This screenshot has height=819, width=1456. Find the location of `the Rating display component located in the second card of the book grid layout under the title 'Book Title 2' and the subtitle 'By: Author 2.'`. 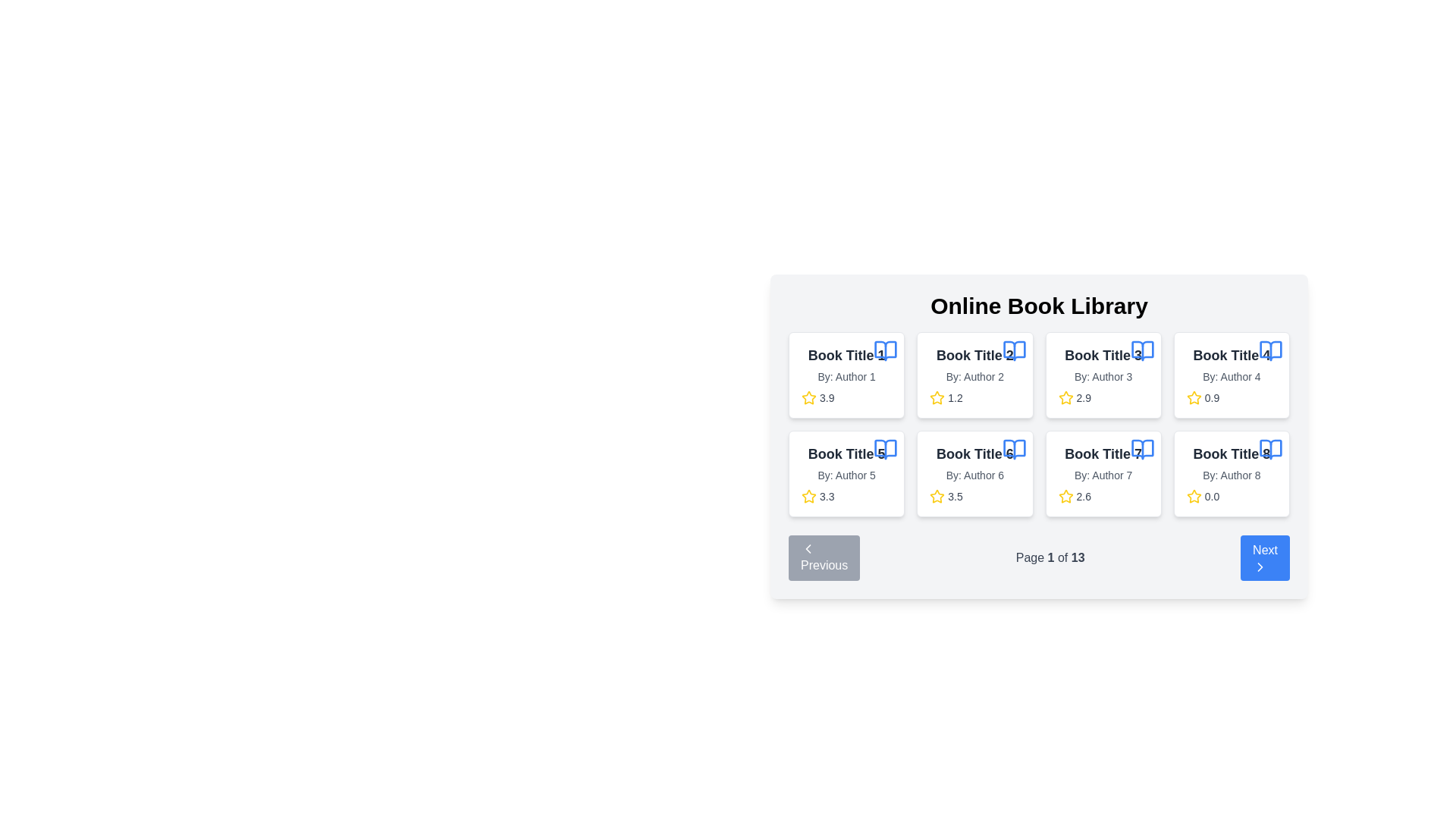

the Rating display component located in the second card of the book grid layout under the title 'Book Title 2' and the subtitle 'By: Author 2.' is located at coordinates (974, 397).